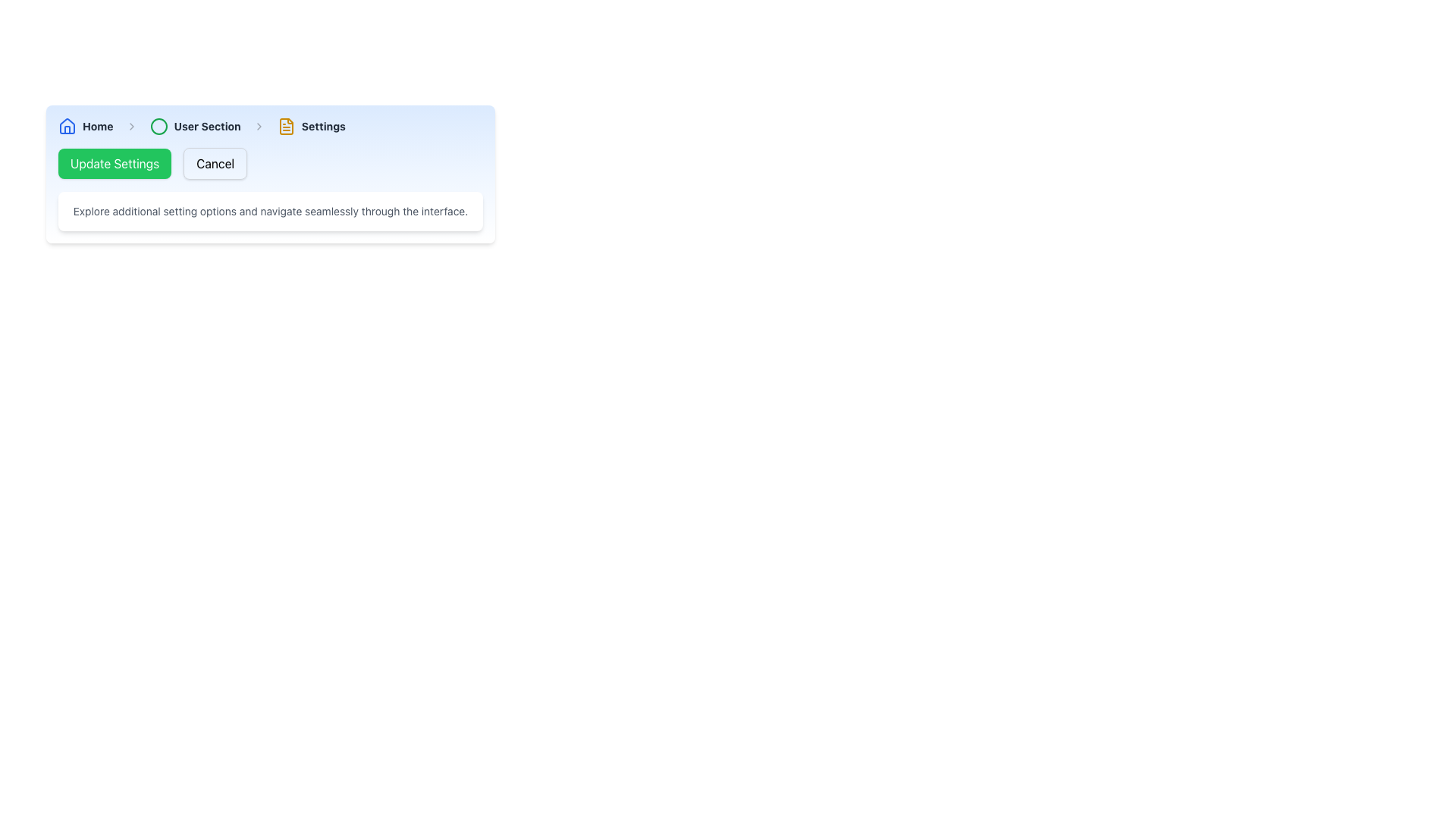 The width and height of the screenshot is (1456, 819). Describe the element at coordinates (67, 125) in the screenshot. I see `the house-shaped icon with a blue stroke, located at the beginning of the breadcrumb navigation bar, to the left of the 'Home' text label` at that location.